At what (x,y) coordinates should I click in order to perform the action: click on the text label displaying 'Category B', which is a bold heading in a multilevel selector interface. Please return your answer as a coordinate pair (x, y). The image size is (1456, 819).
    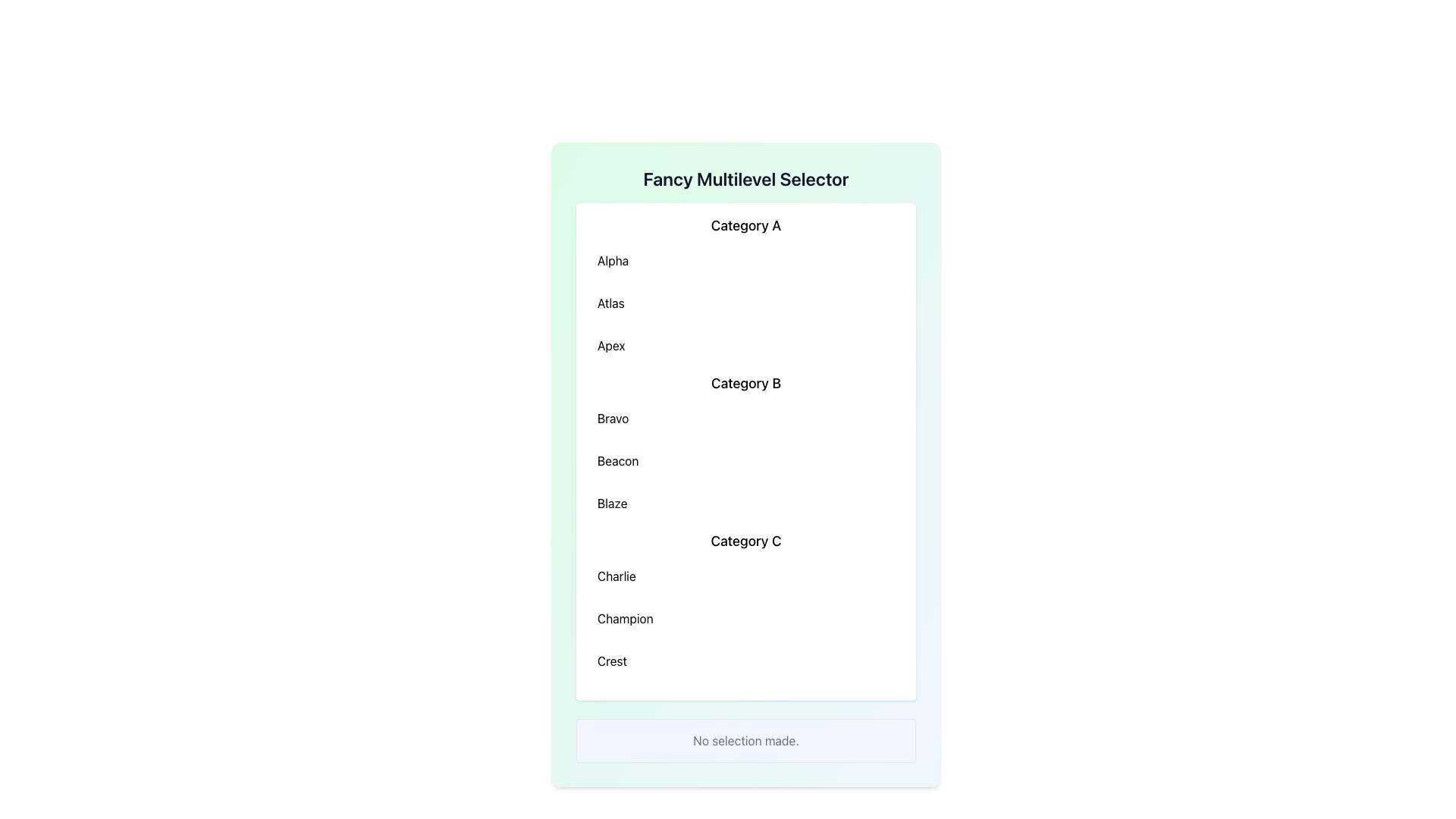
    Looking at the image, I should click on (745, 382).